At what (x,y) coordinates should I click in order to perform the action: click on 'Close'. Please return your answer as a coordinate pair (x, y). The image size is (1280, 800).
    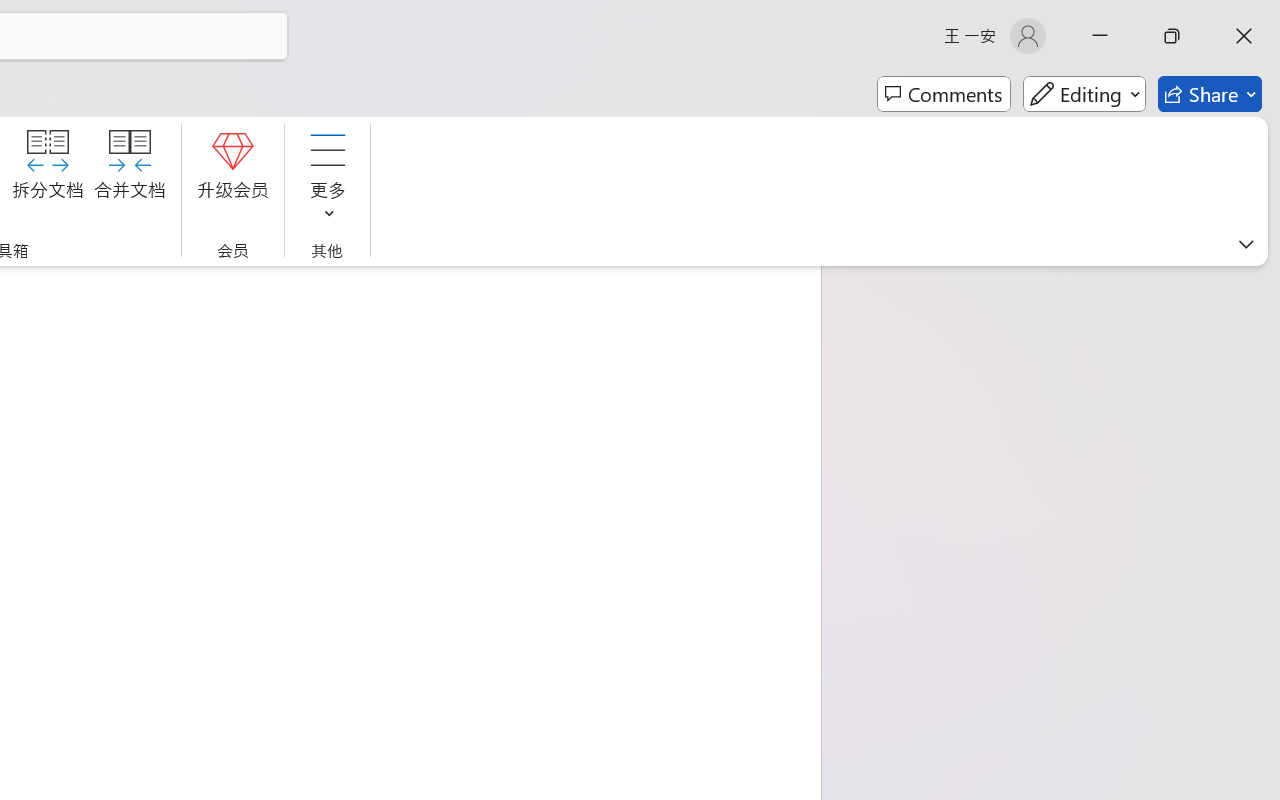
    Looking at the image, I should click on (1243, 35).